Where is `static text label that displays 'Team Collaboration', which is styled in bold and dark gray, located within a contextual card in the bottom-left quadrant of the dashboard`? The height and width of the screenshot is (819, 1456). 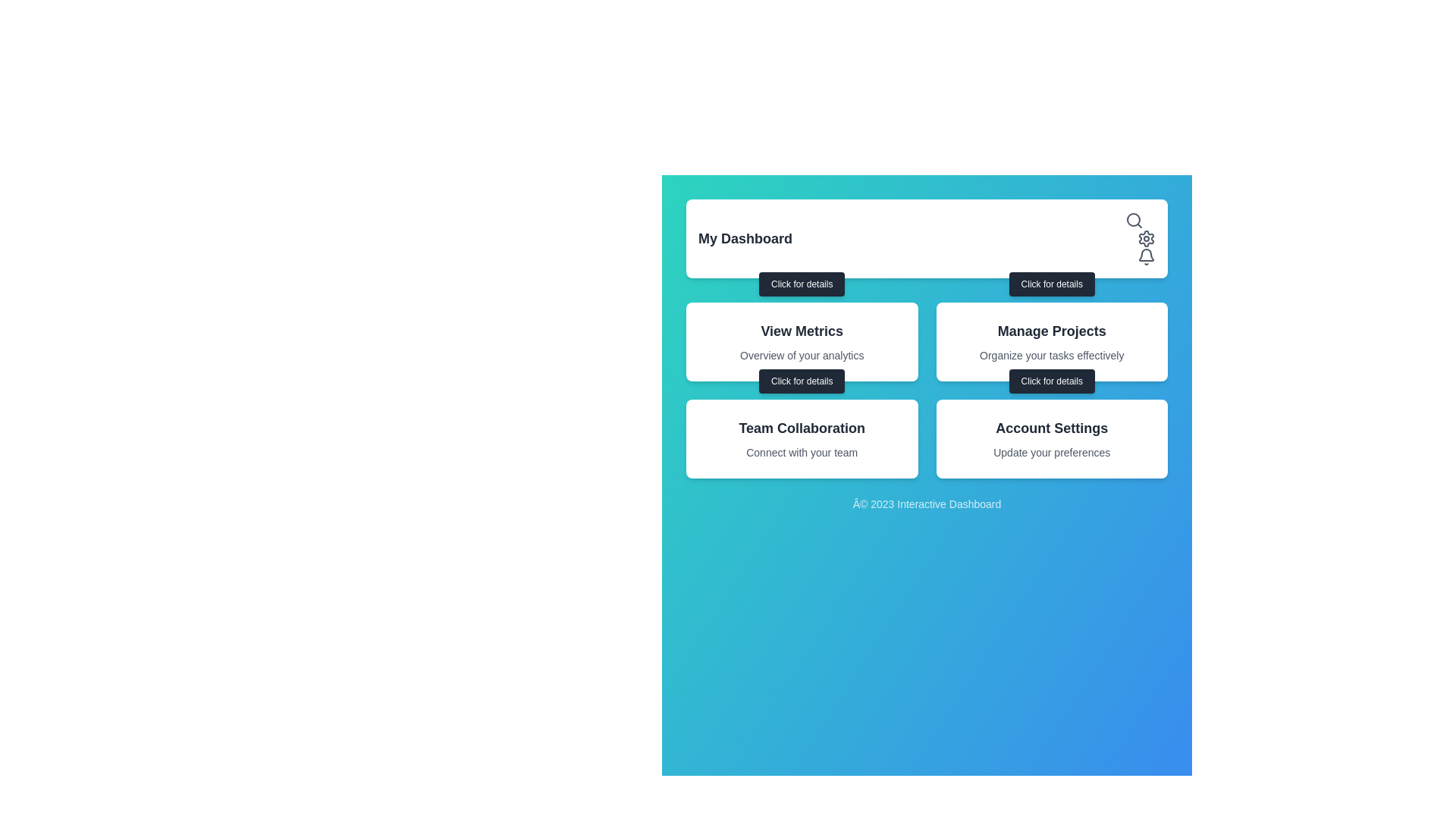 static text label that displays 'Team Collaboration', which is styled in bold and dark gray, located within a contextual card in the bottom-left quadrant of the dashboard is located at coordinates (801, 428).